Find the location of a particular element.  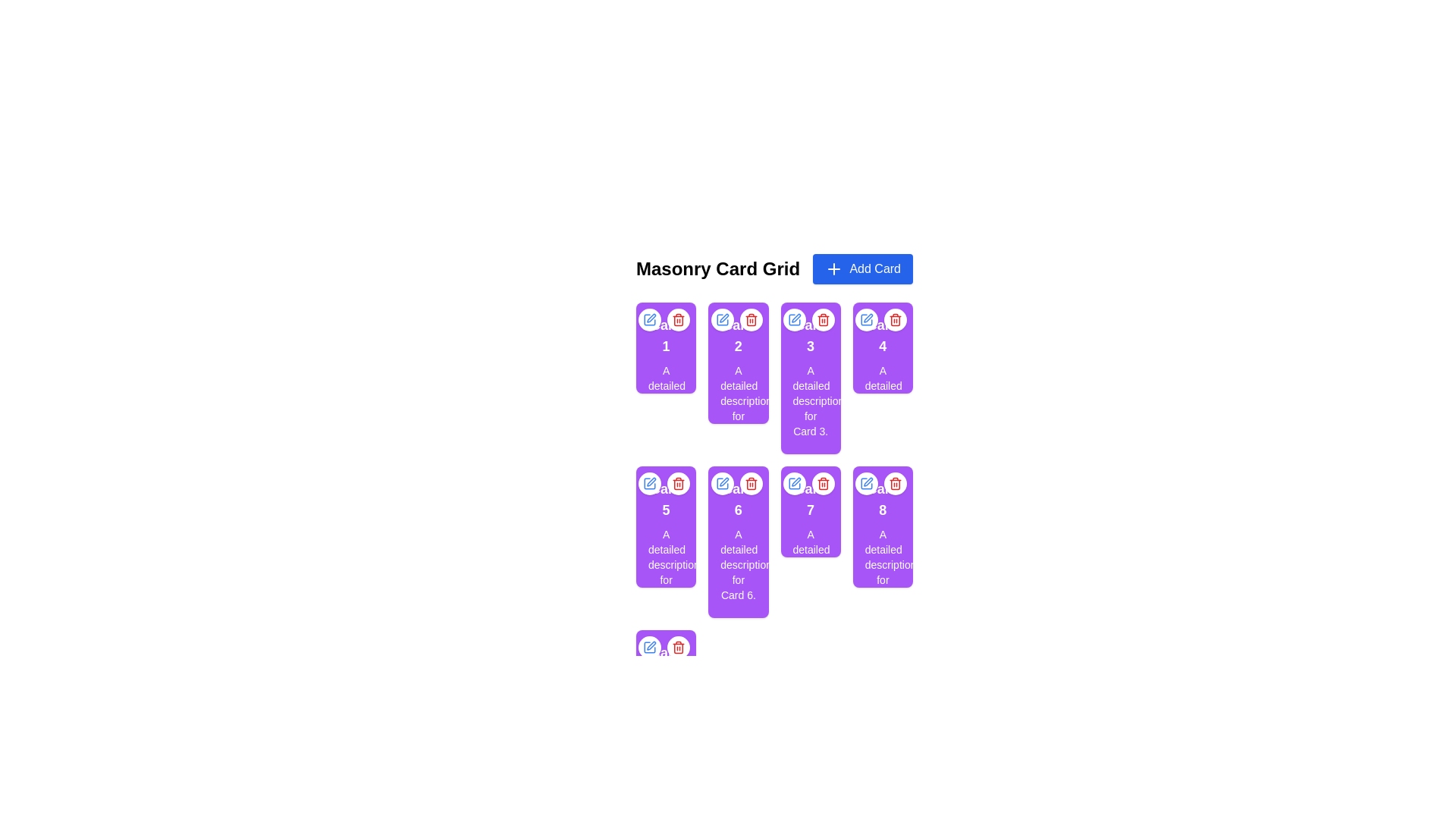

the red delete button in the A button group located at the top-right corner of the purple rectangular card labeled 'Card 9' is located at coordinates (664, 647).